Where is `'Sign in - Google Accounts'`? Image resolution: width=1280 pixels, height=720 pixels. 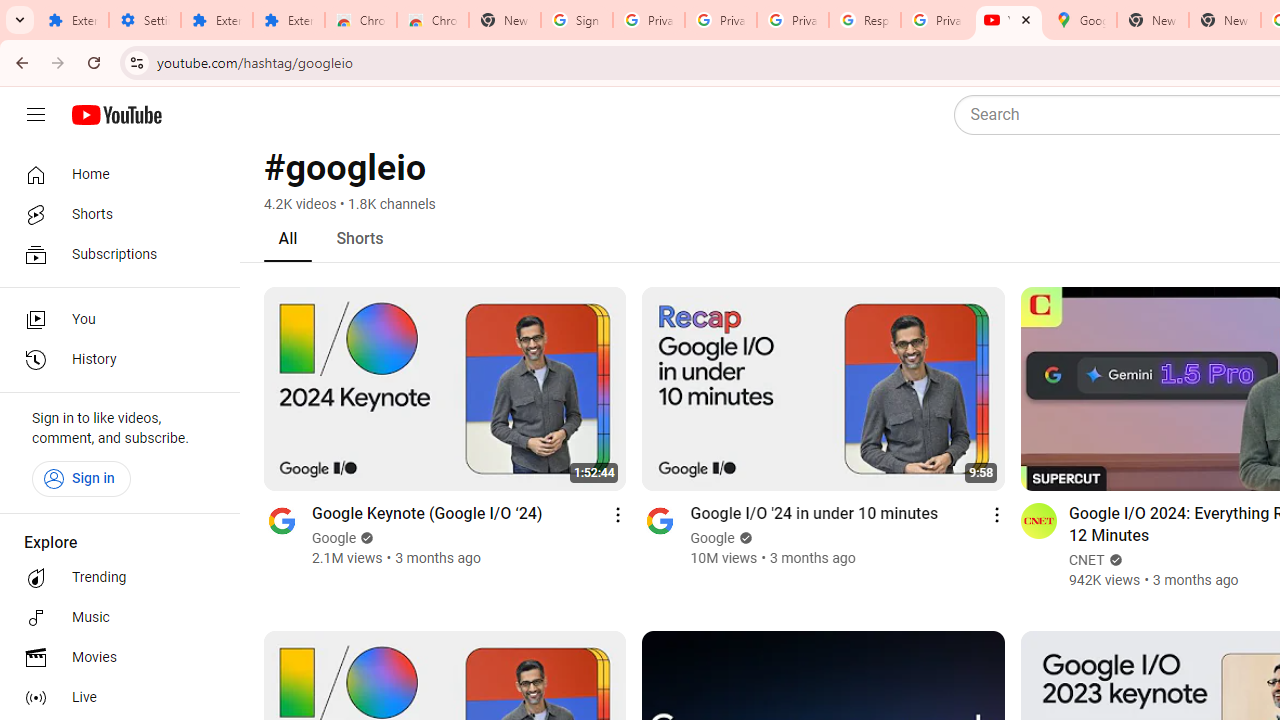
'Sign in - Google Accounts' is located at coordinates (576, 20).